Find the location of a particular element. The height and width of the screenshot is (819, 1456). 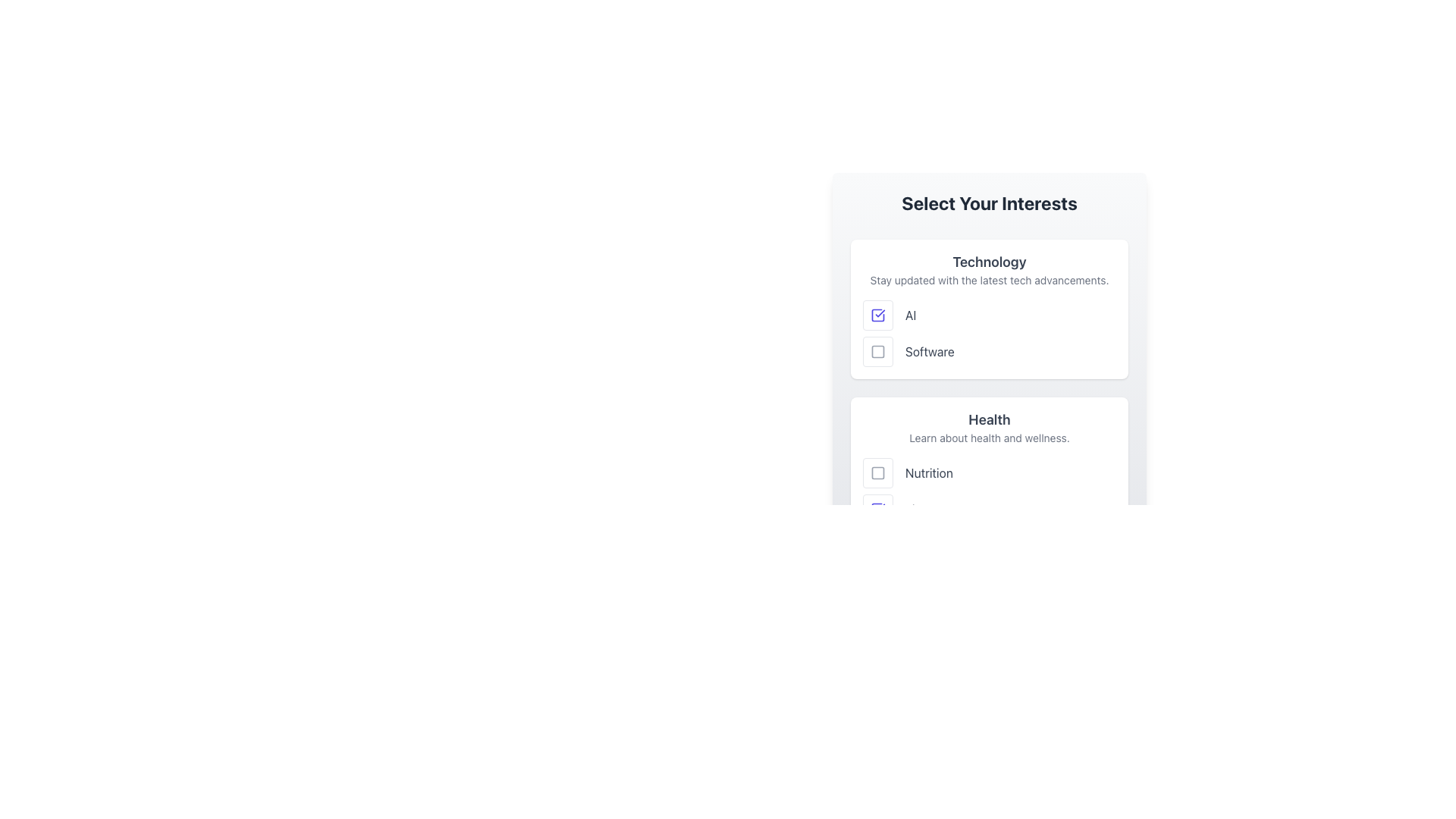

the text label providing supplementary information related to the 'Health' section, which is positioned below the heading 'Health' and above the list items 'Nutrition' and 'Fitness' is located at coordinates (990, 438).